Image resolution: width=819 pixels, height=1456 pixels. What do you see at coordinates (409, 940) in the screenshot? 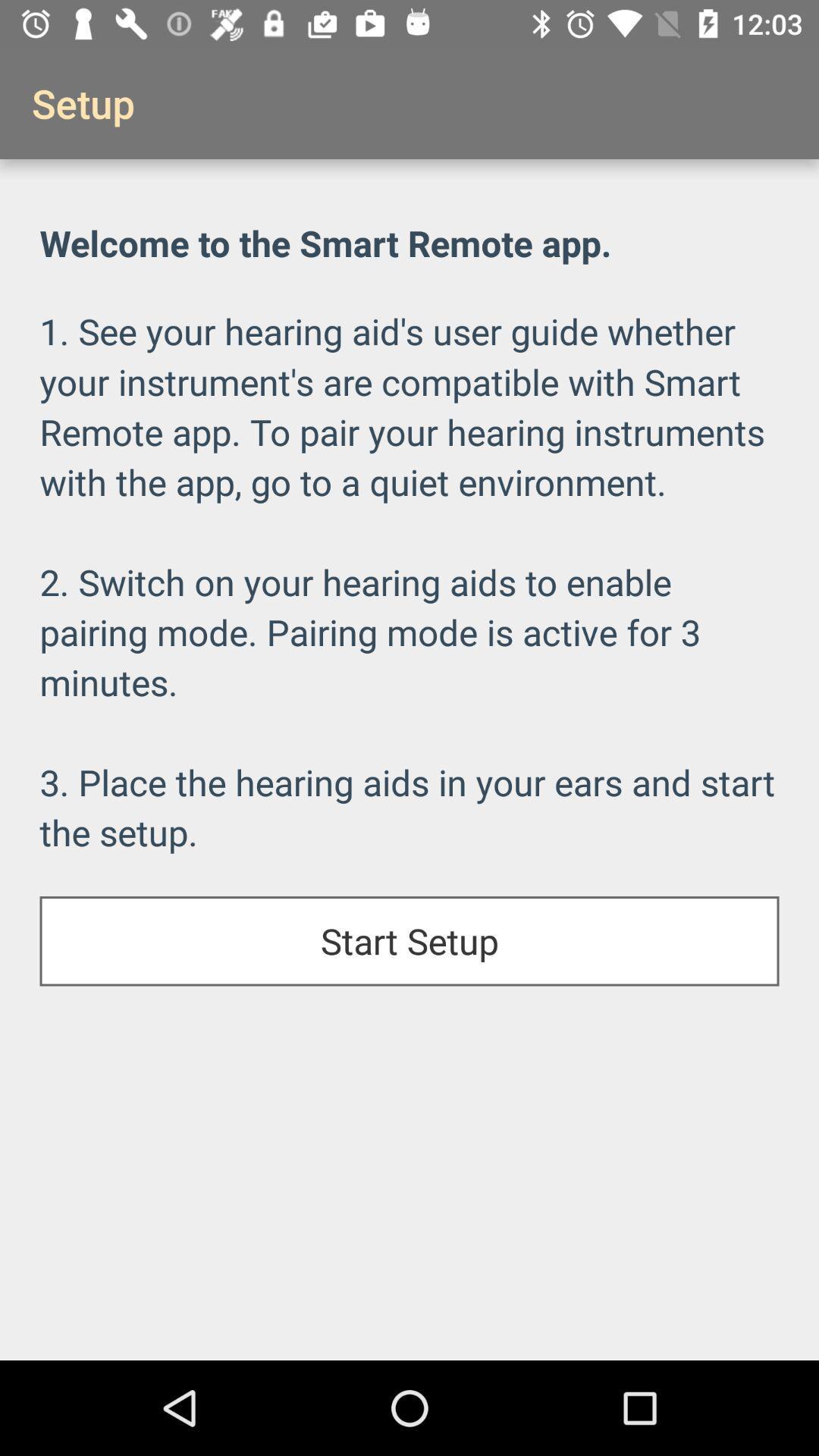
I see `start setup icon` at bounding box center [409, 940].